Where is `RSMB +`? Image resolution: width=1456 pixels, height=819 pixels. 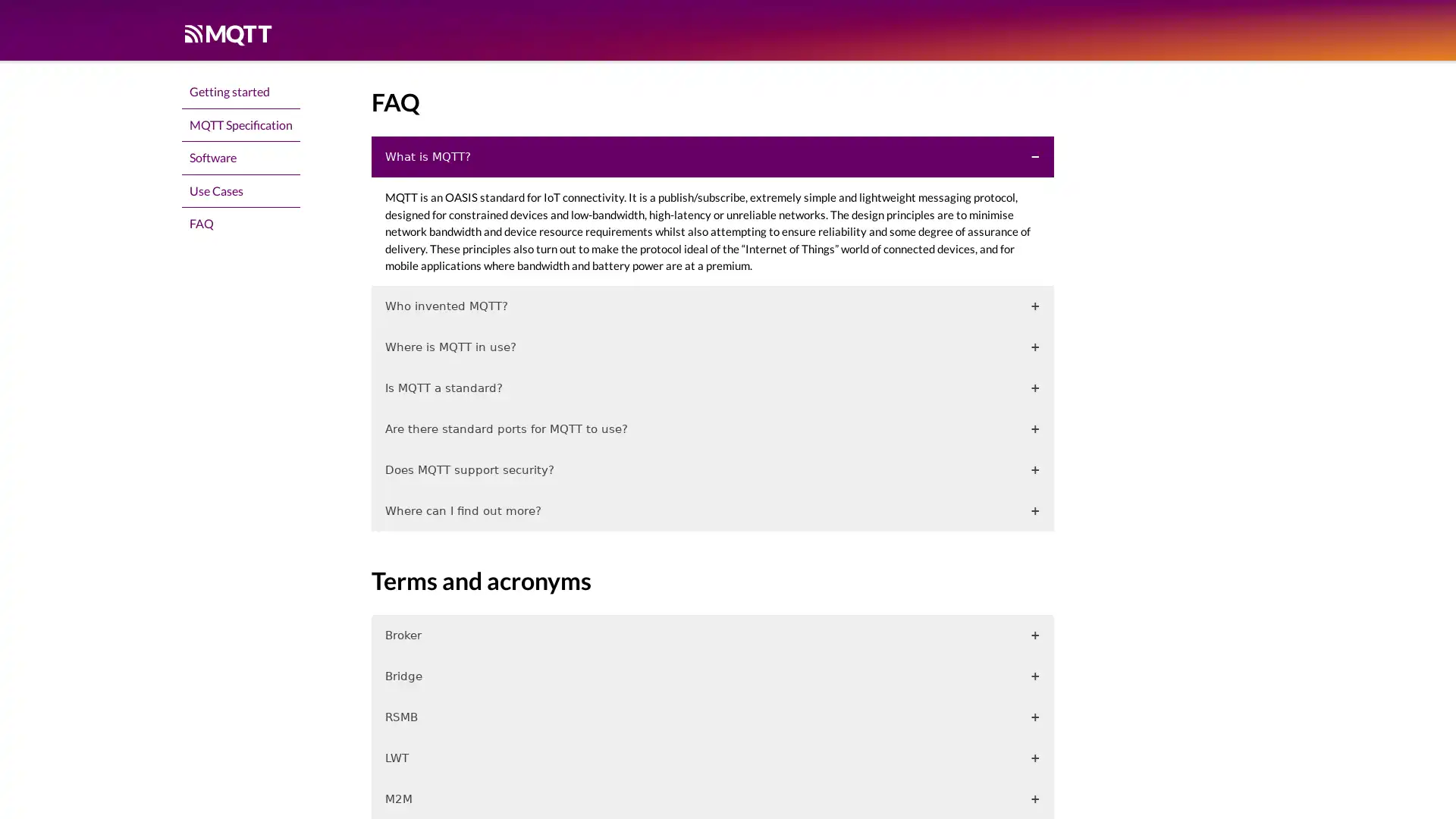 RSMB + is located at coordinates (712, 717).